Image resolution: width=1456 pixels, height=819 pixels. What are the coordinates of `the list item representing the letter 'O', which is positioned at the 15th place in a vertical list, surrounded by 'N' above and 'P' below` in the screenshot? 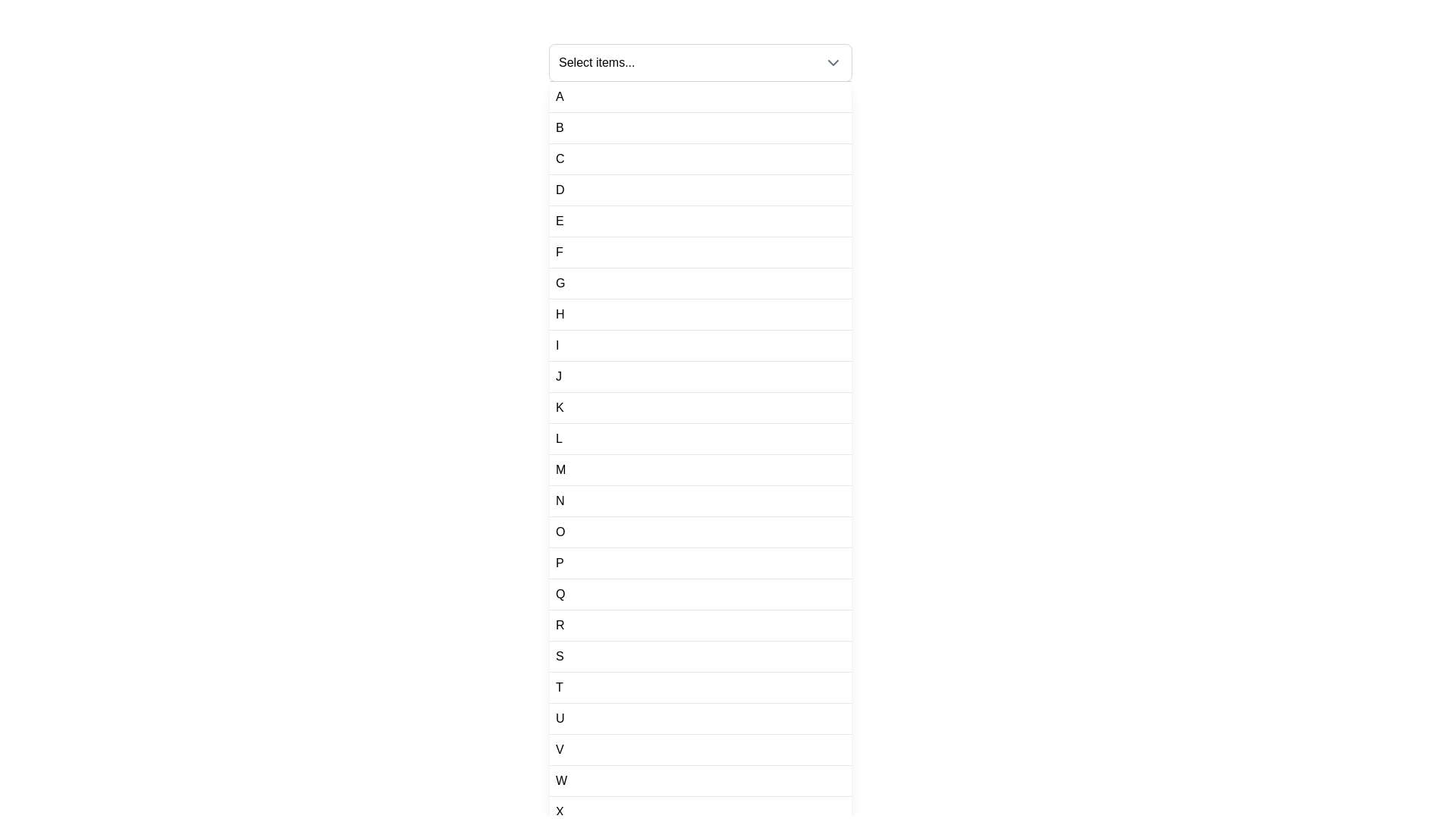 It's located at (700, 532).